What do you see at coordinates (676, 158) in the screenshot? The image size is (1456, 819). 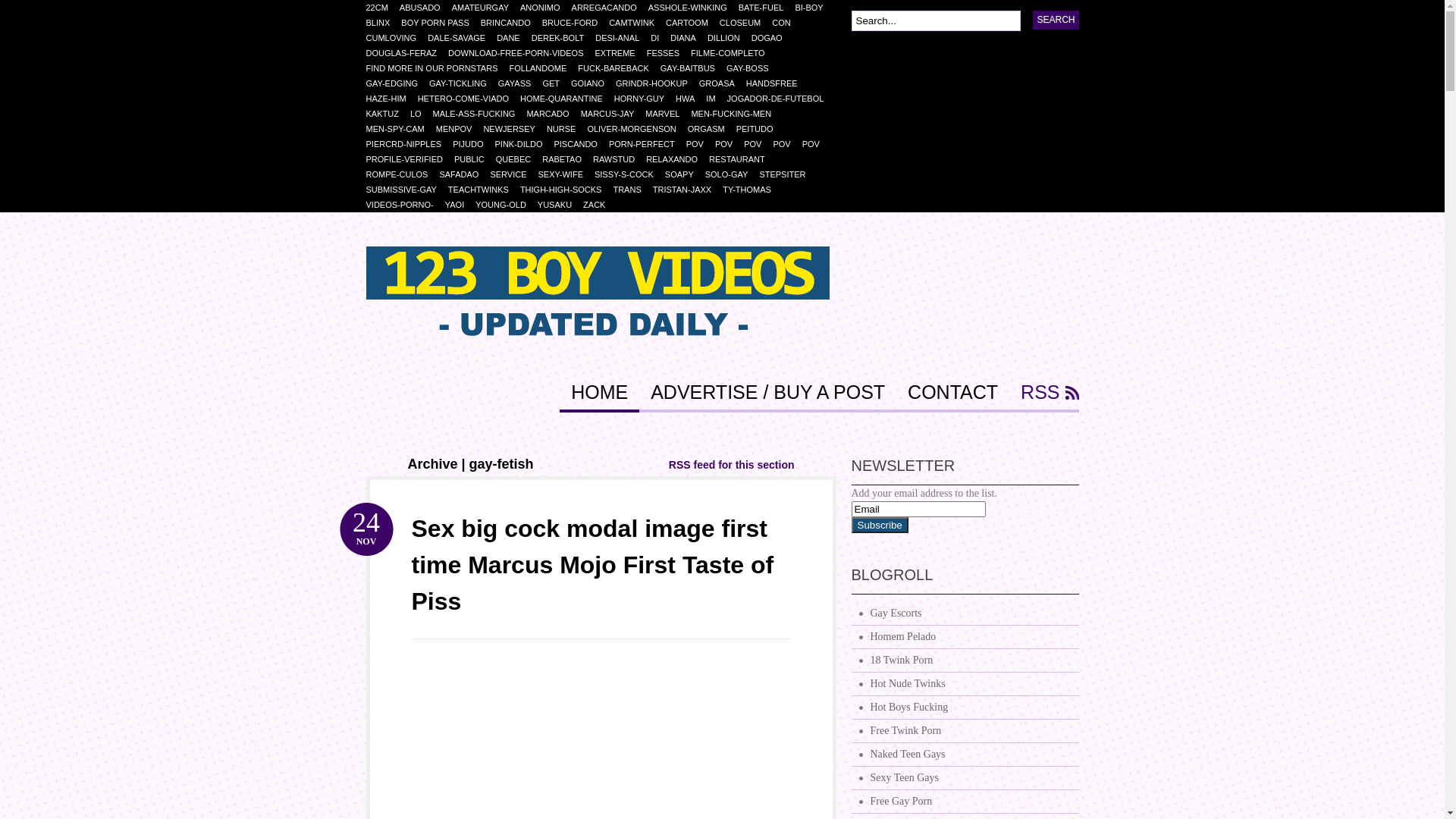 I see `'RELAXANDO'` at bounding box center [676, 158].